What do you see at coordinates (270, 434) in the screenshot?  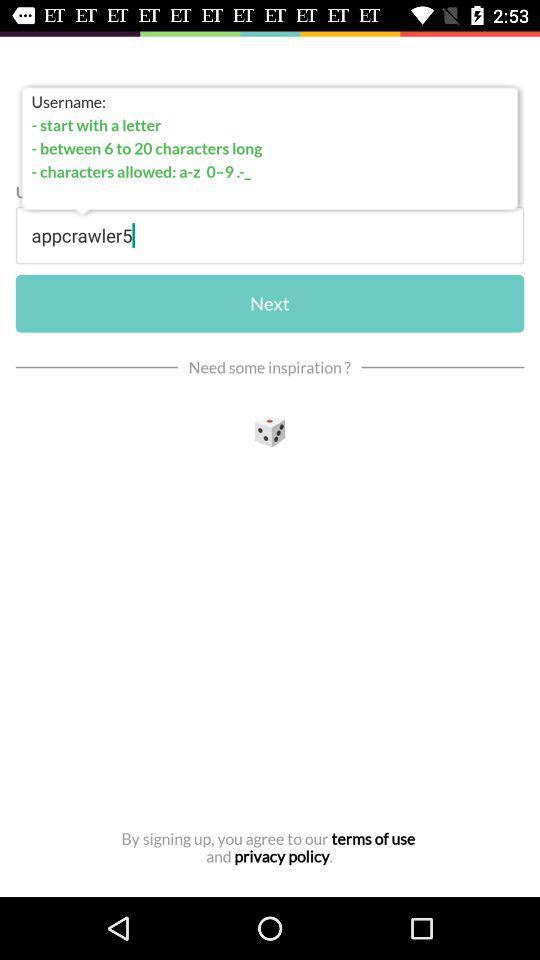 I see `the settings icon` at bounding box center [270, 434].